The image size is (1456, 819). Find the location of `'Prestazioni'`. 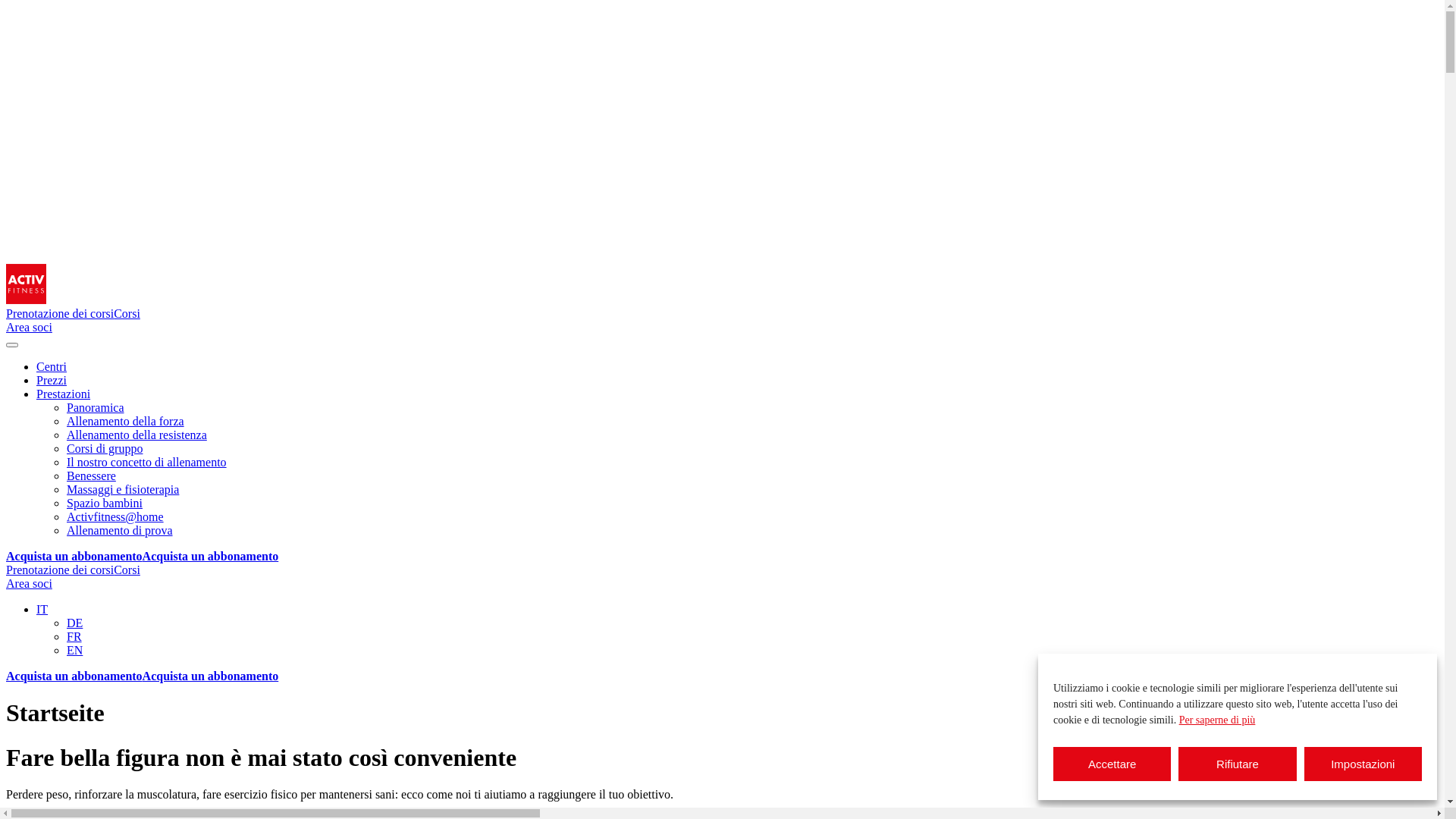

'Prestazioni' is located at coordinates (62, 393).